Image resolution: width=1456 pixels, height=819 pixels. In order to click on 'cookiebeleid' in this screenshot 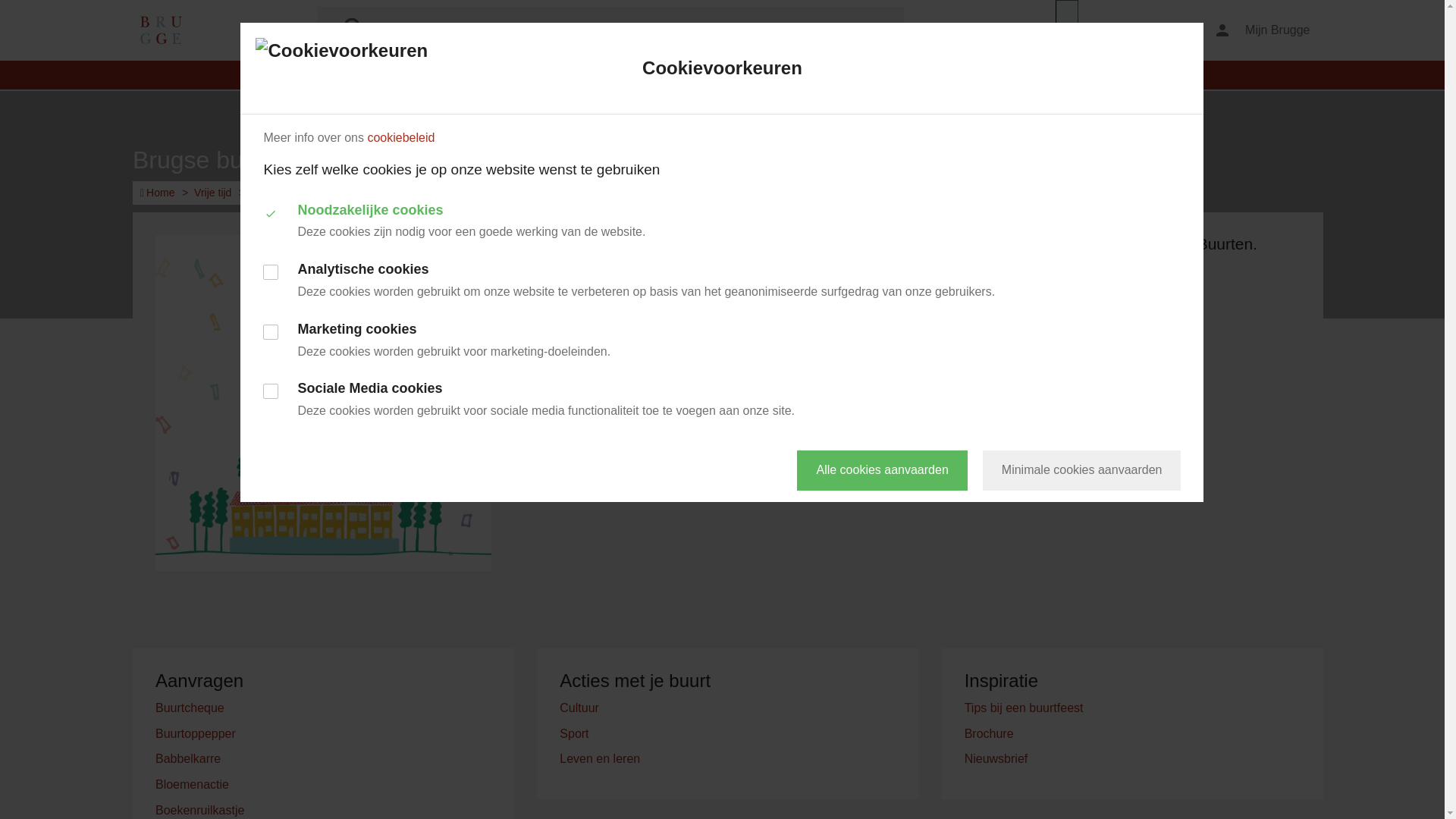, I will do `click(400, 137)`.